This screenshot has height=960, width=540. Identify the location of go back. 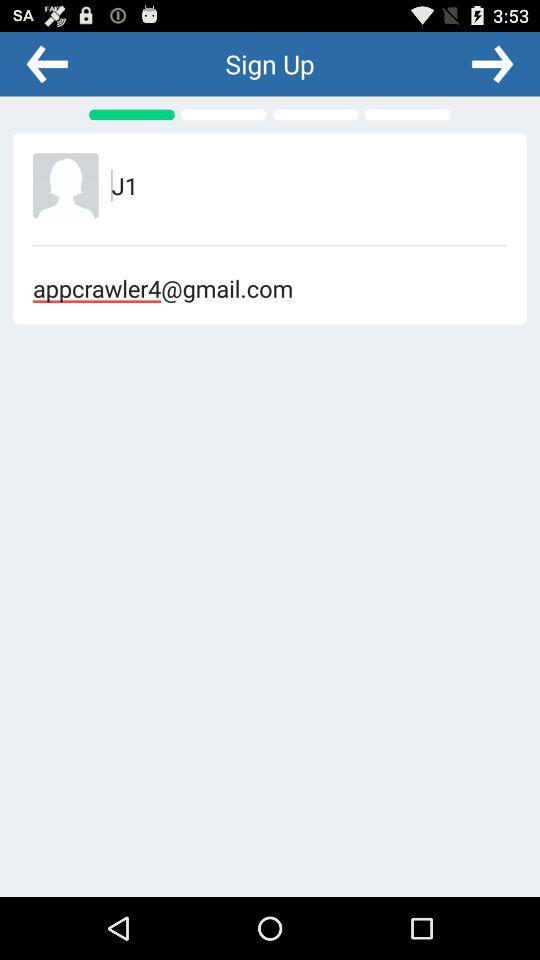
(47, 63).